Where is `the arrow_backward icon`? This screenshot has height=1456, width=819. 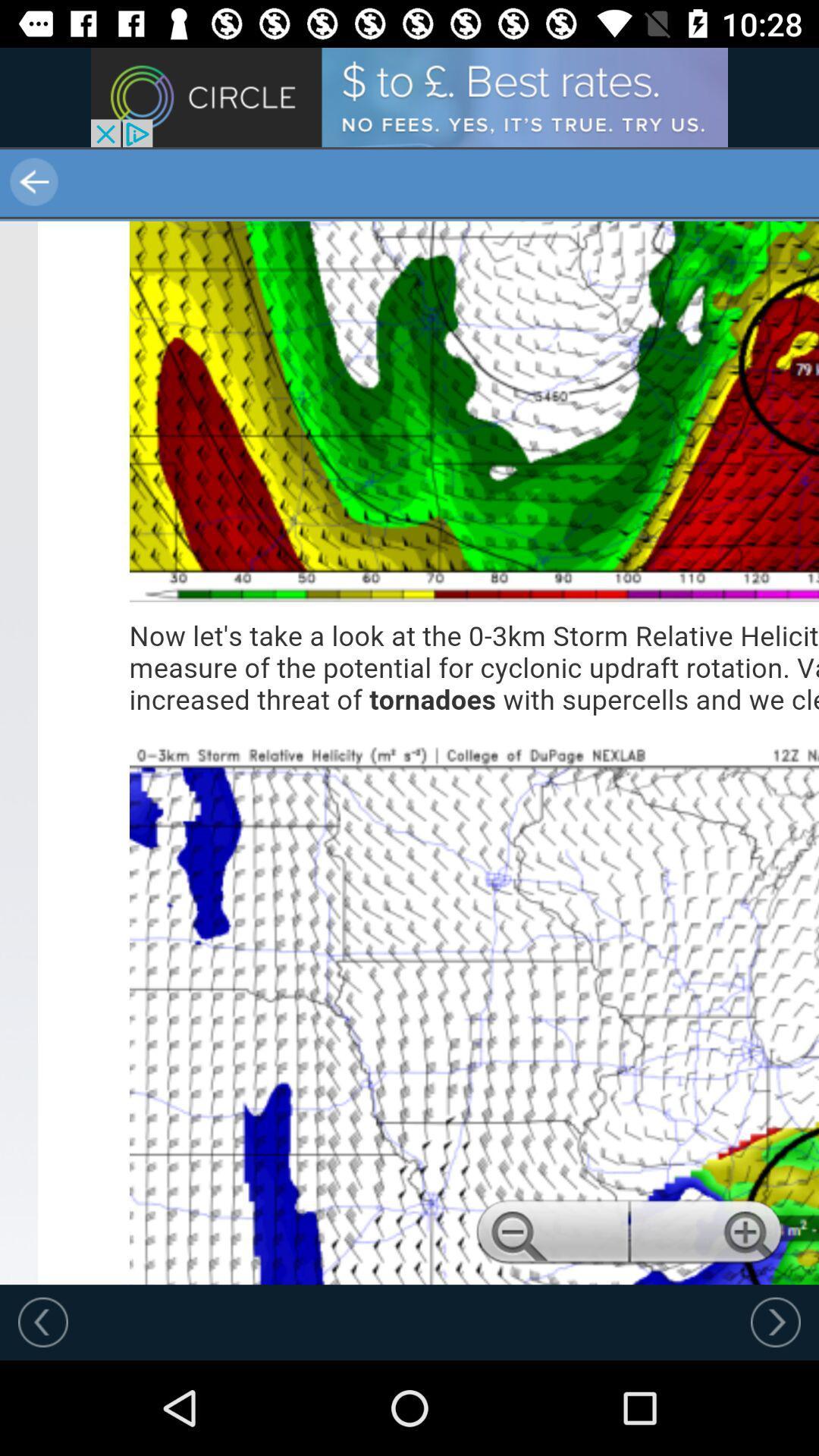
the arrow_backward icon is located at coordinates (99, 182).